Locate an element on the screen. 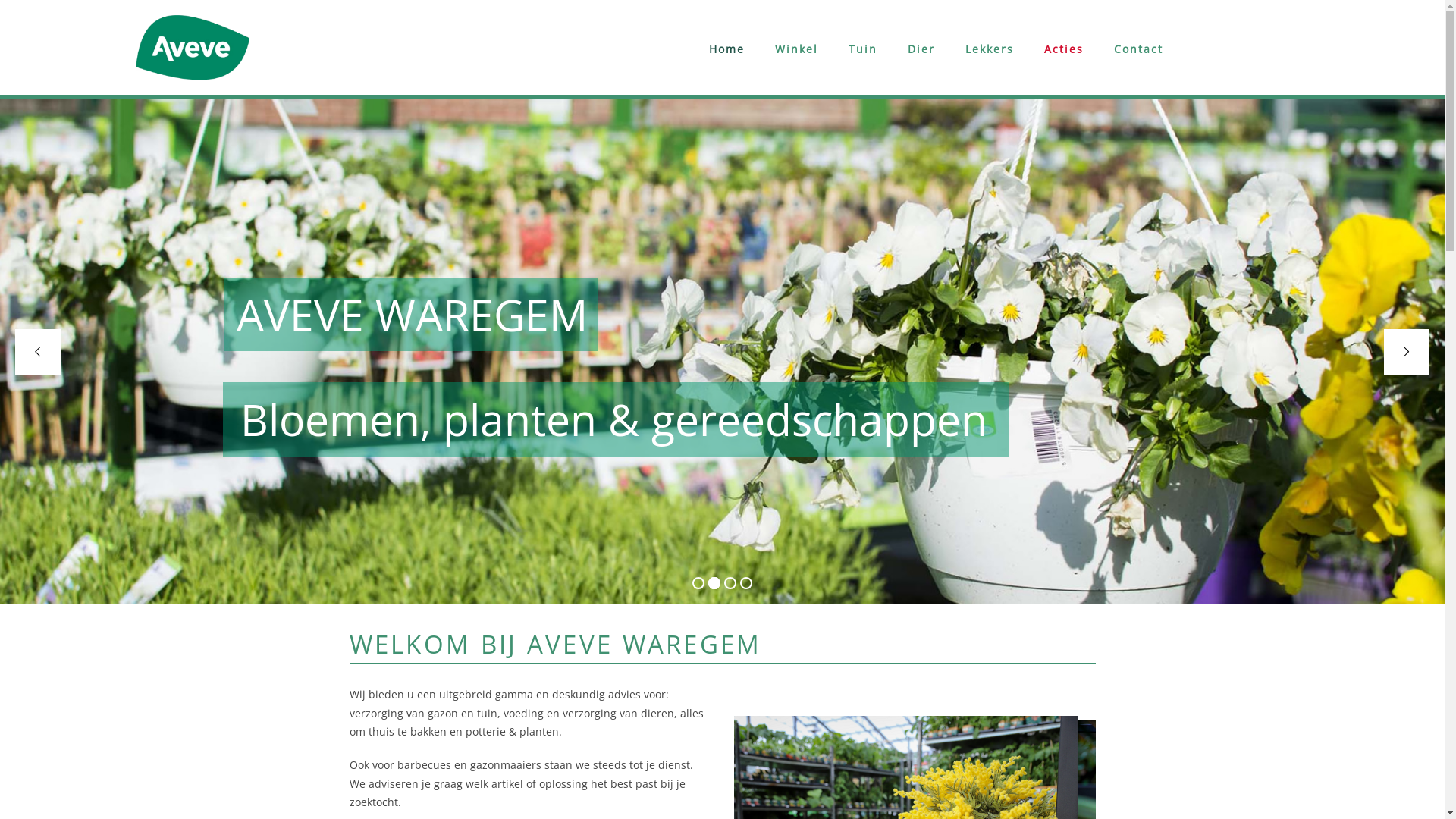 The image size is (1456, 819). 'Acties' is located at coordinates (1062, 49).